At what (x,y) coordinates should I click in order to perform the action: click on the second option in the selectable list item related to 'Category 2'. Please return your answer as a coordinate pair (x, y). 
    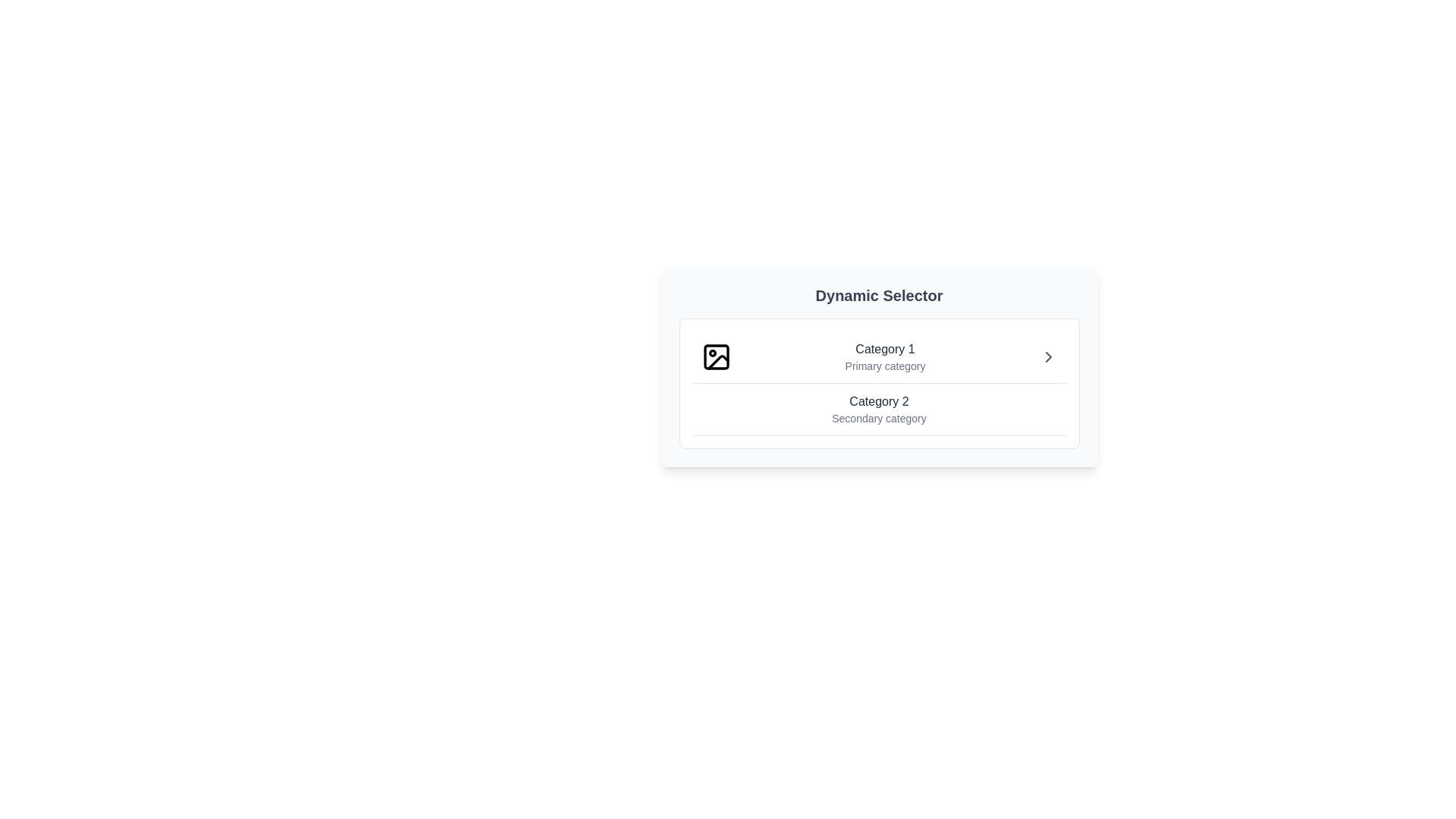
    Looking at the image, I should click on (879, 409).